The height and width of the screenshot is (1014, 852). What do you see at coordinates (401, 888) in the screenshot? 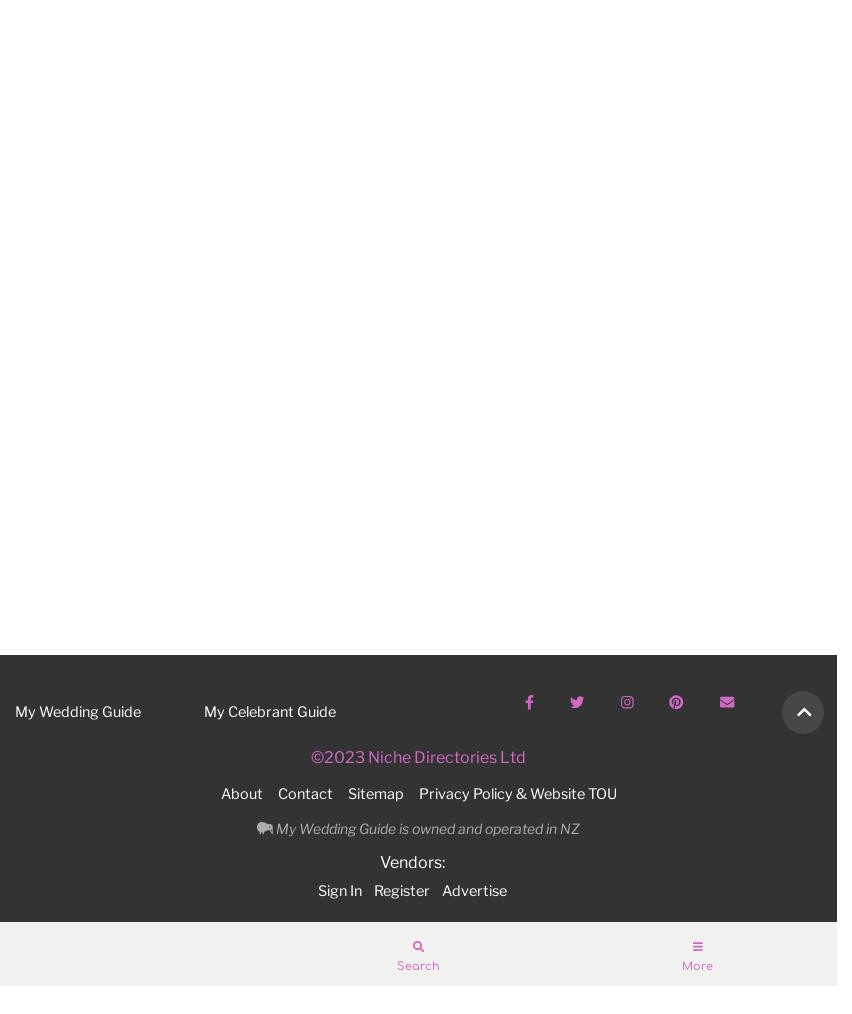
I see `'Register'` at bounding box center [401, 888].